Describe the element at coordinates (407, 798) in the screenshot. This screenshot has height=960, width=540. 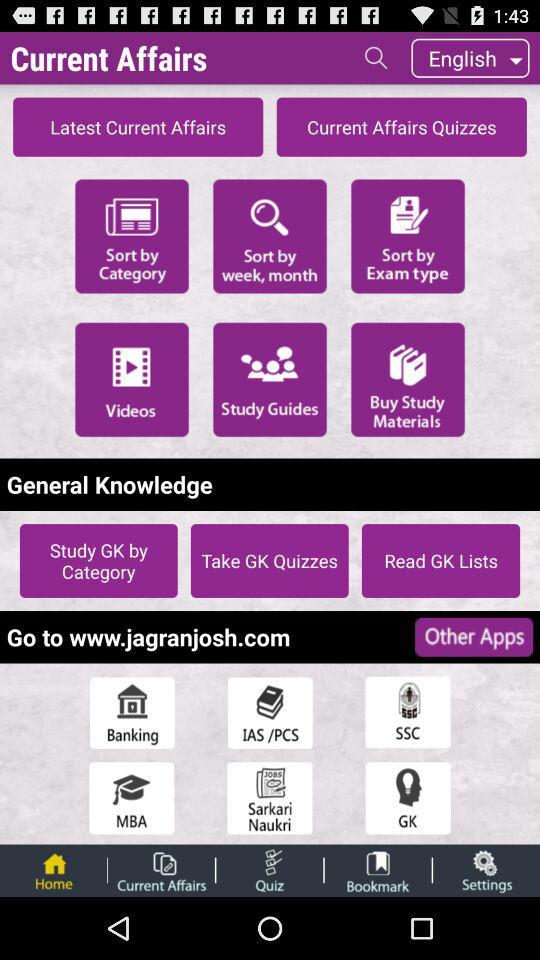
I see `open quiz` at that location.